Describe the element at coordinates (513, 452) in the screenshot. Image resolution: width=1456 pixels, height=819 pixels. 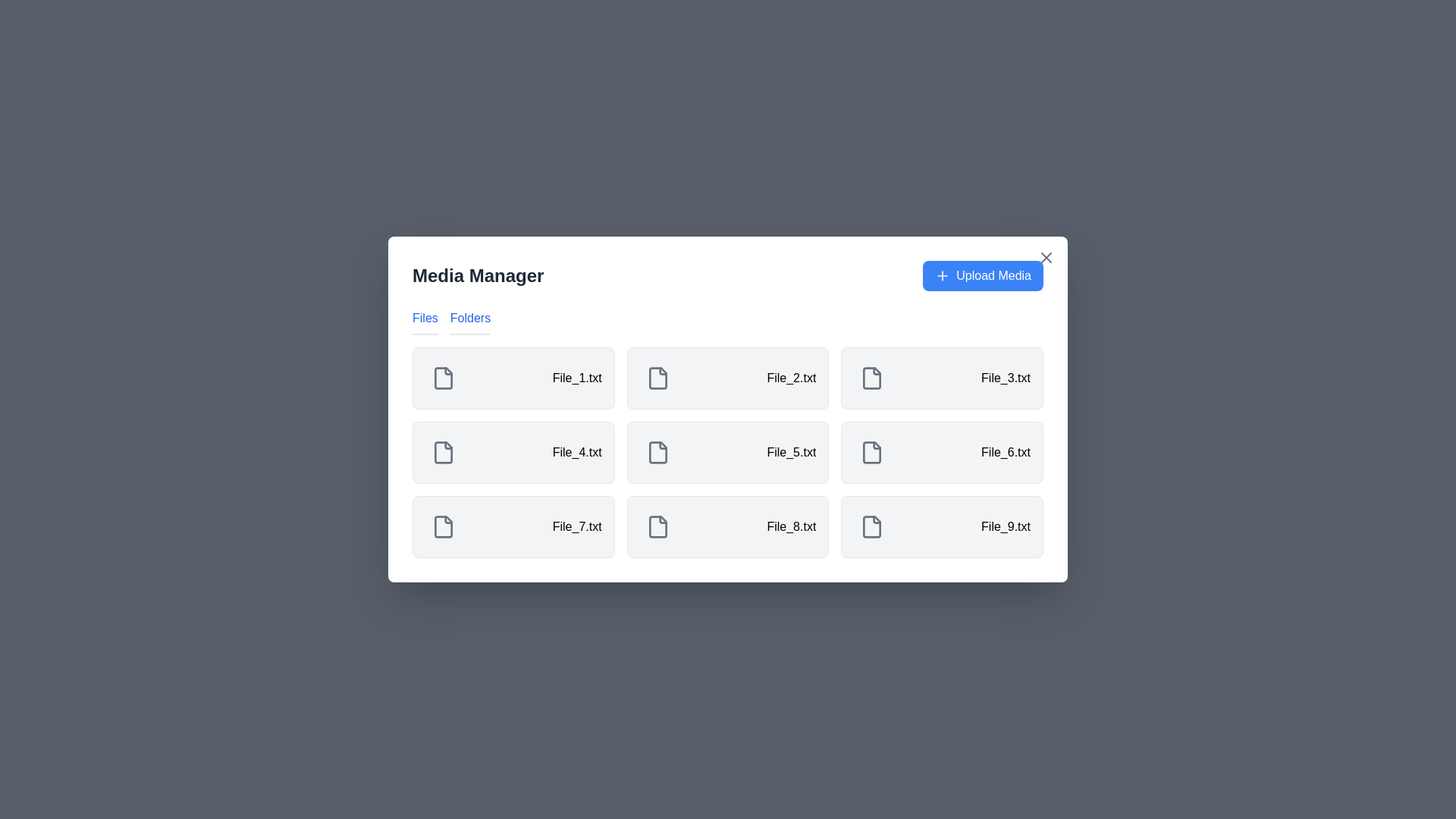
I see `the selectable file card located in the second row and first column of the media manager interface` at that location.